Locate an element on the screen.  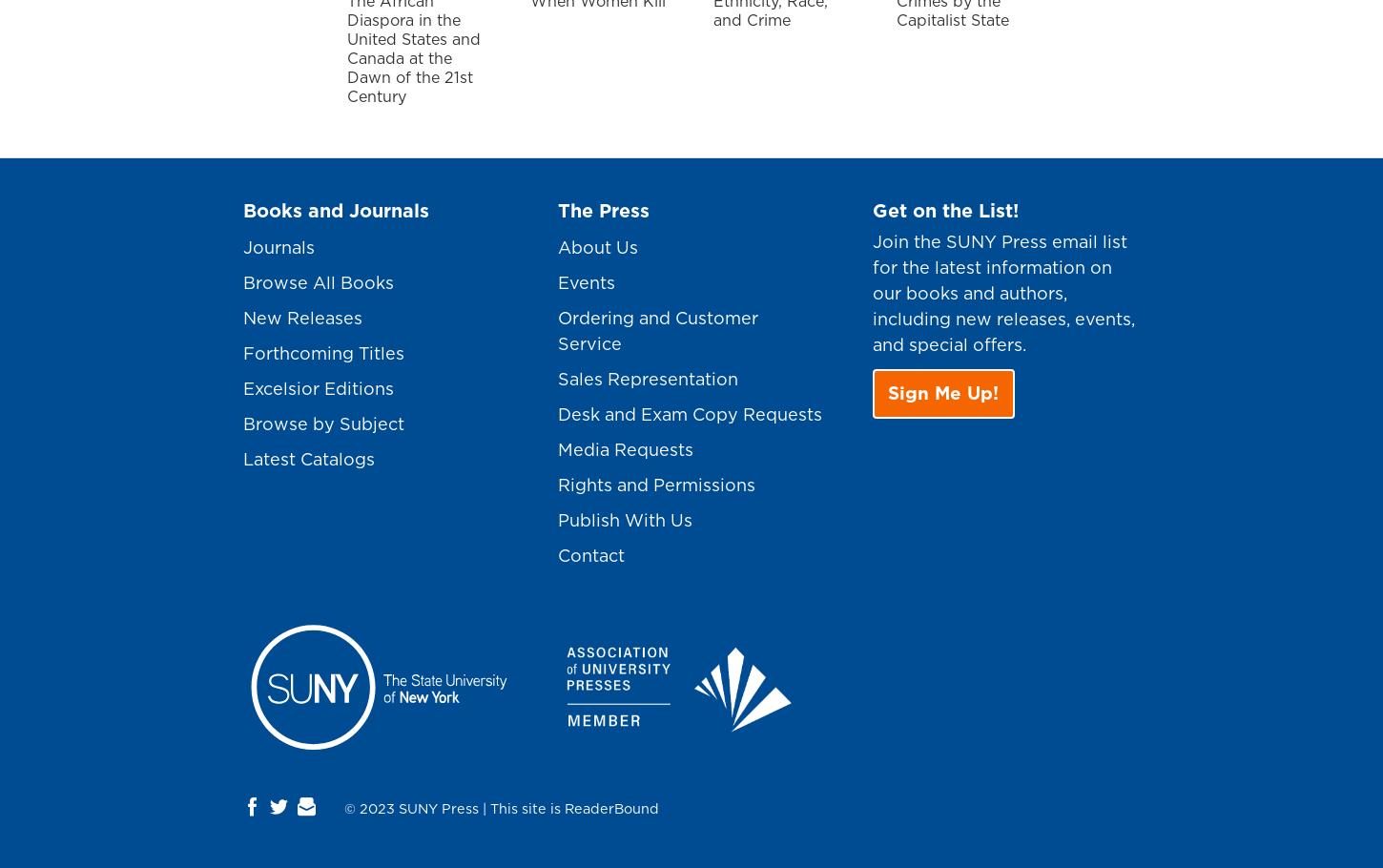
'Desk and Exam Copy Requests' is located at coordinates (689, 414).